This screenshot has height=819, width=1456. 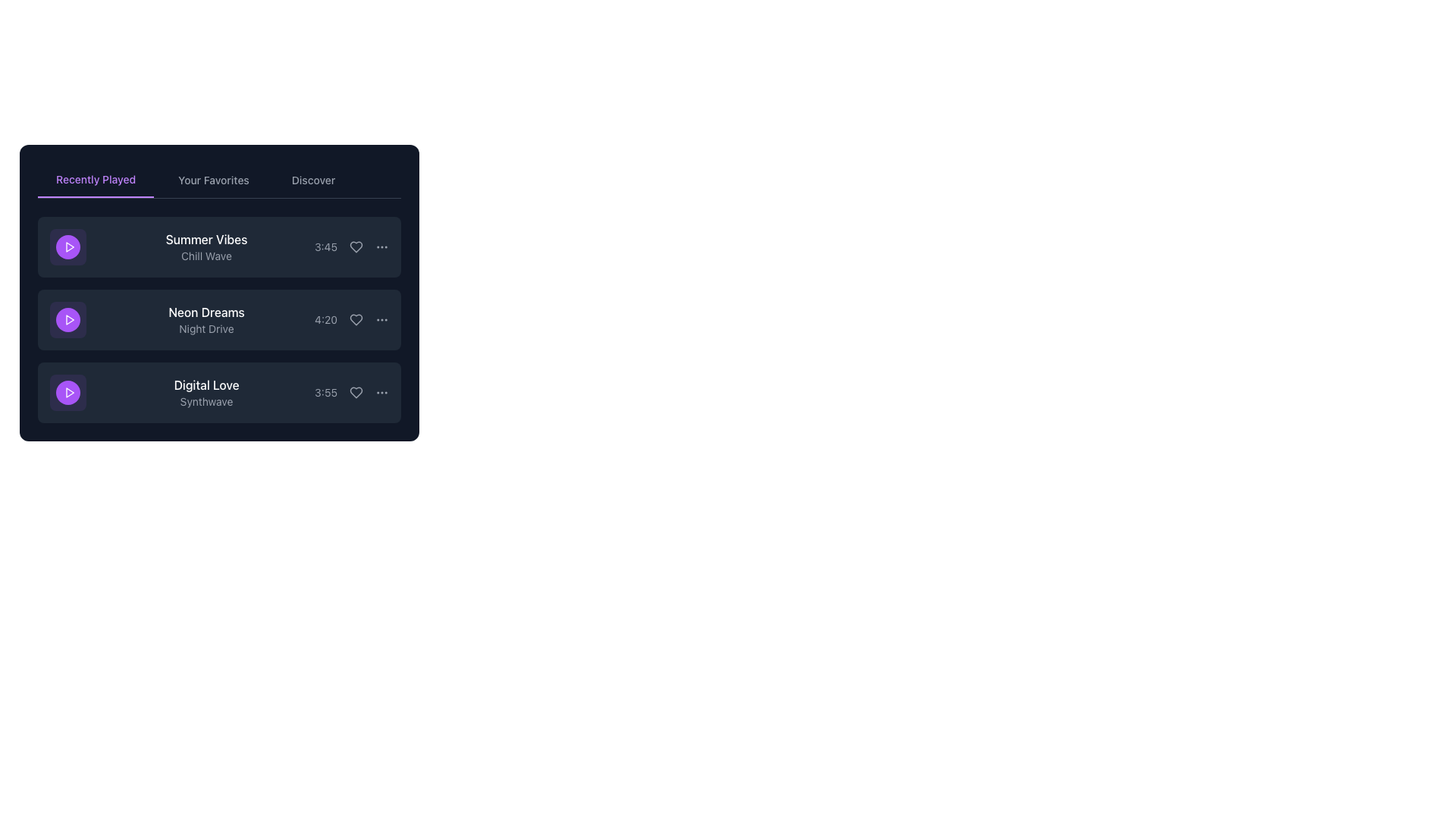 What do you see at coordinates (67, 246) in the screenshot?
I see `the first interactive play button with a purple background containing a white play icon` at bounding box center [67, 246].